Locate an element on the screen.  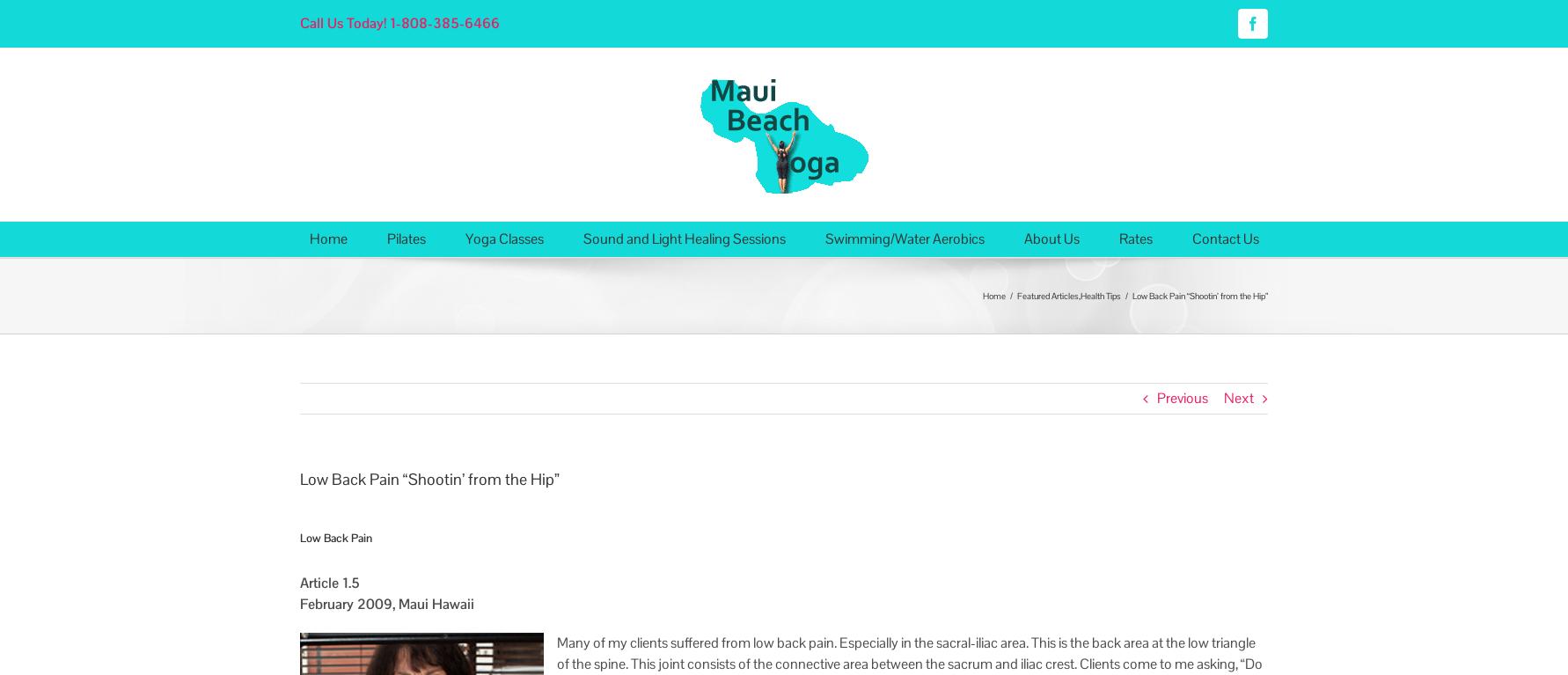
'Beach Yoga – (Toes in the Sand)' is located at coordinates (542, 345).